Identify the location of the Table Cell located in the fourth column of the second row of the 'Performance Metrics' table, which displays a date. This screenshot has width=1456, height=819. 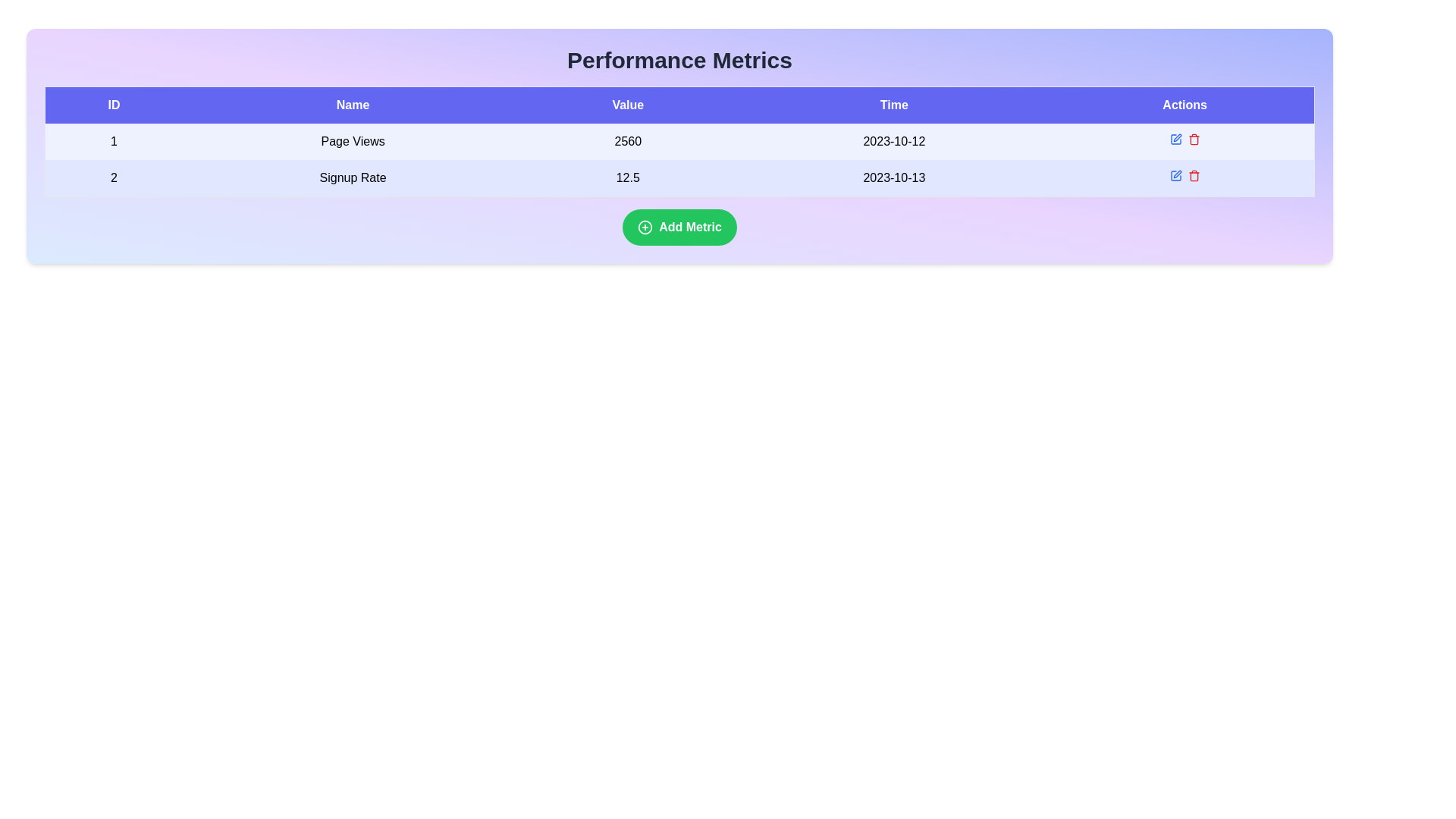
(894, 177).